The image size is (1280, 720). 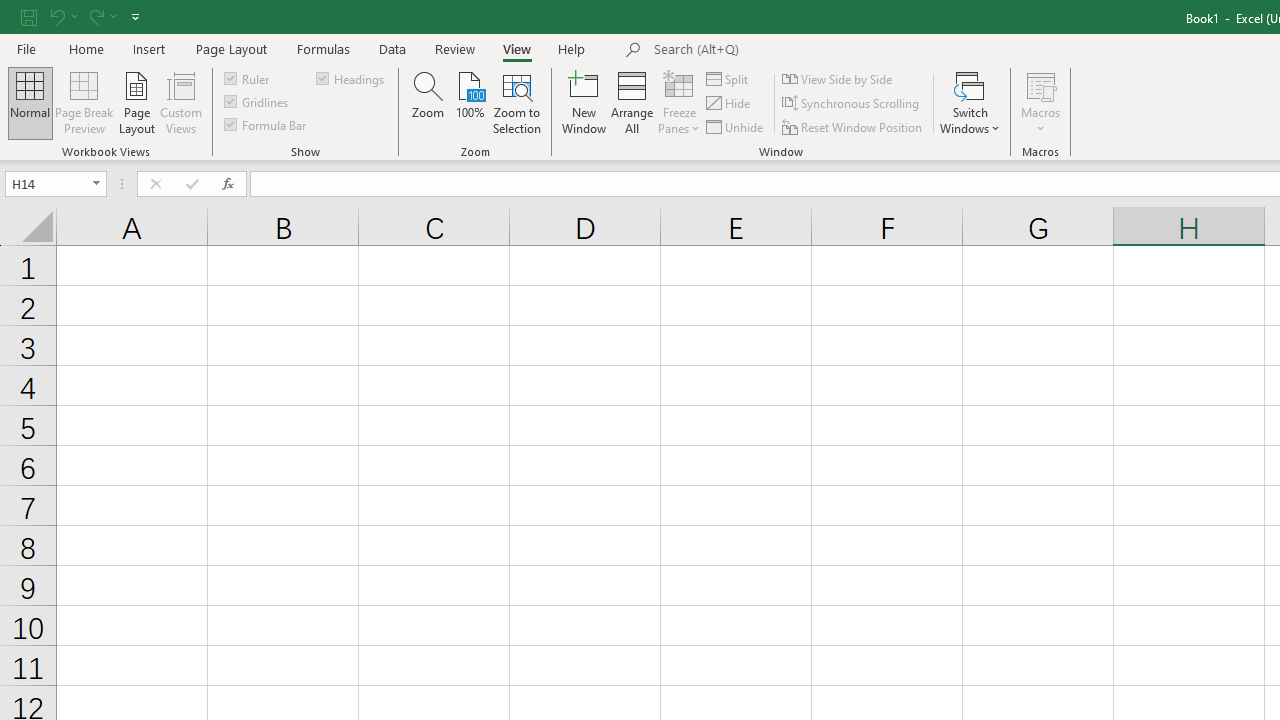 I want to click on 'Synchronous Scrolling', so click(x=852, y=103).